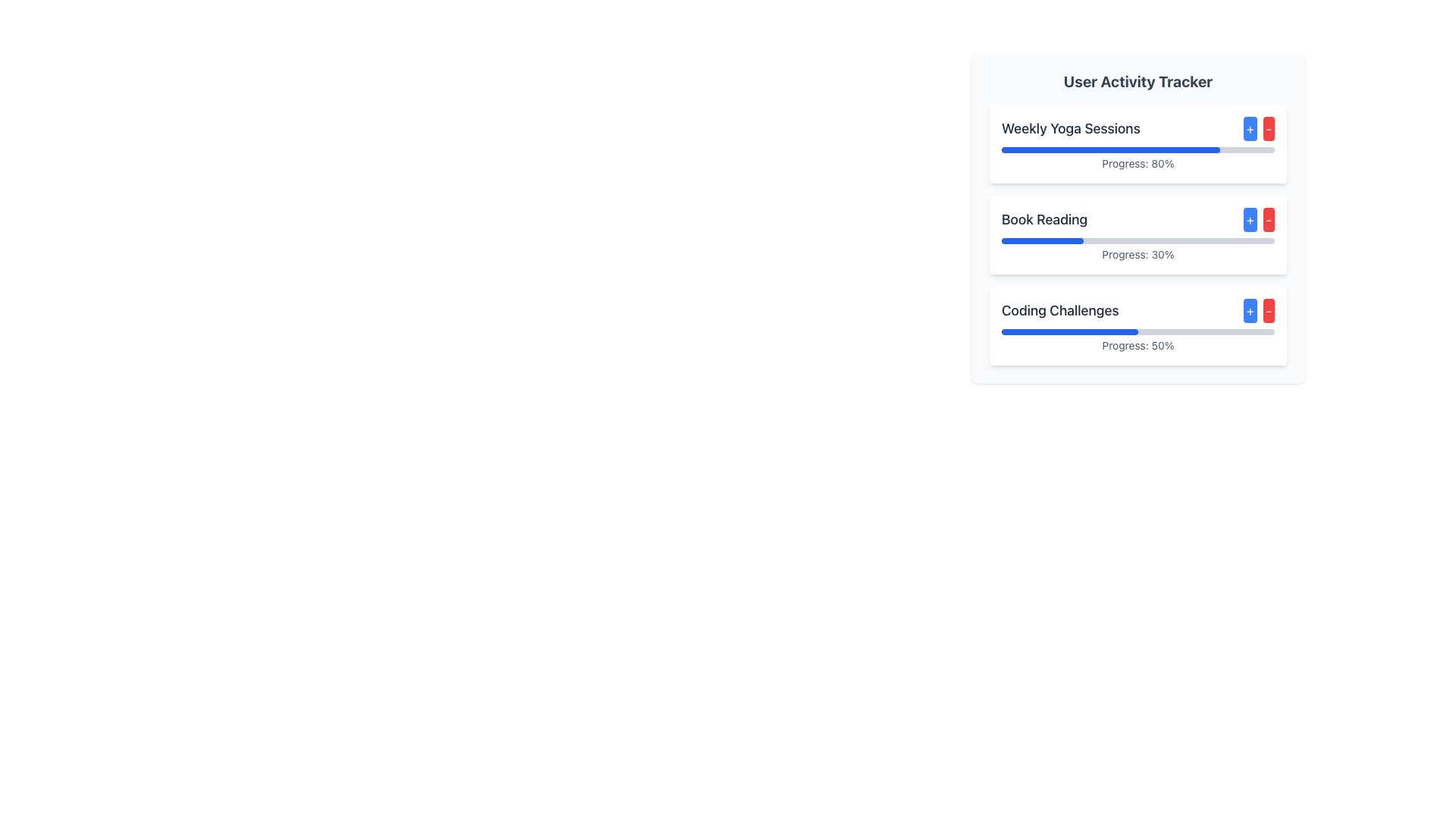  I want to click on the progress bar segment indicating 50% completion of the 'Coding Challenges' task within the user activity tracker, so click(1069, 331).